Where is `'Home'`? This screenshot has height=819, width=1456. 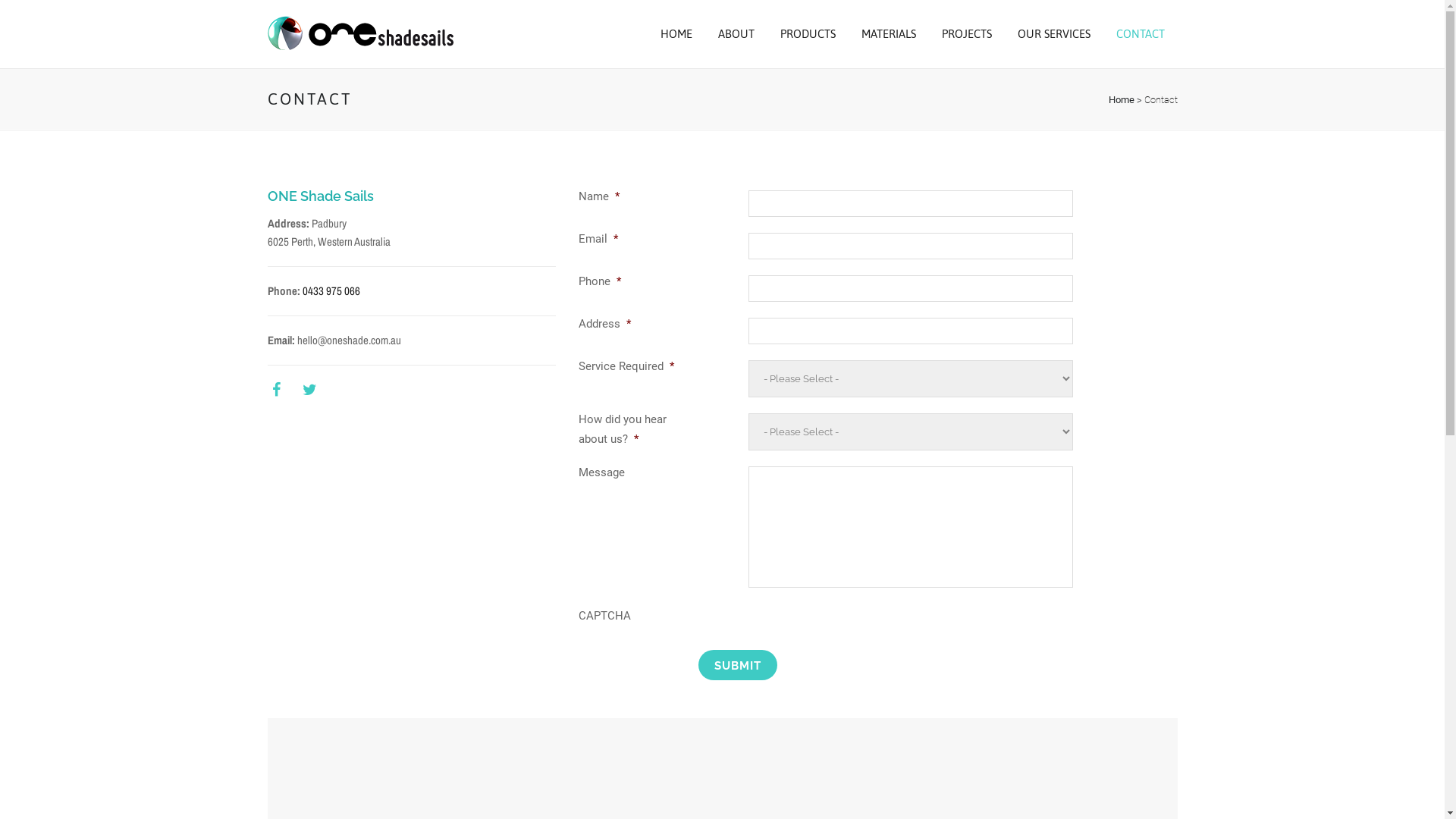
'Home' is located at coordinates (1121, 99).